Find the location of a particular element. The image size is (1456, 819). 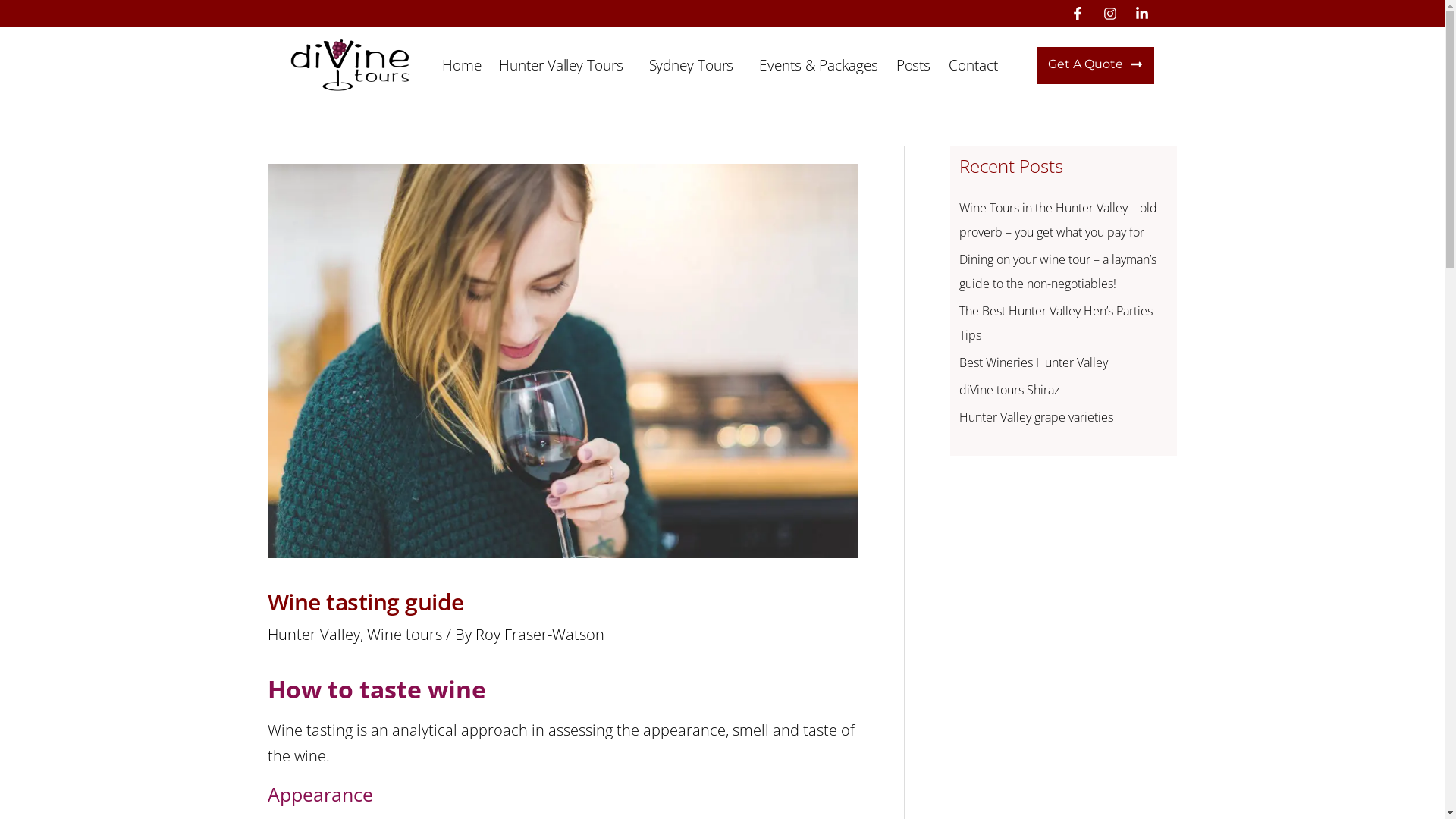

'Home' is located at coordinates (461, 64).